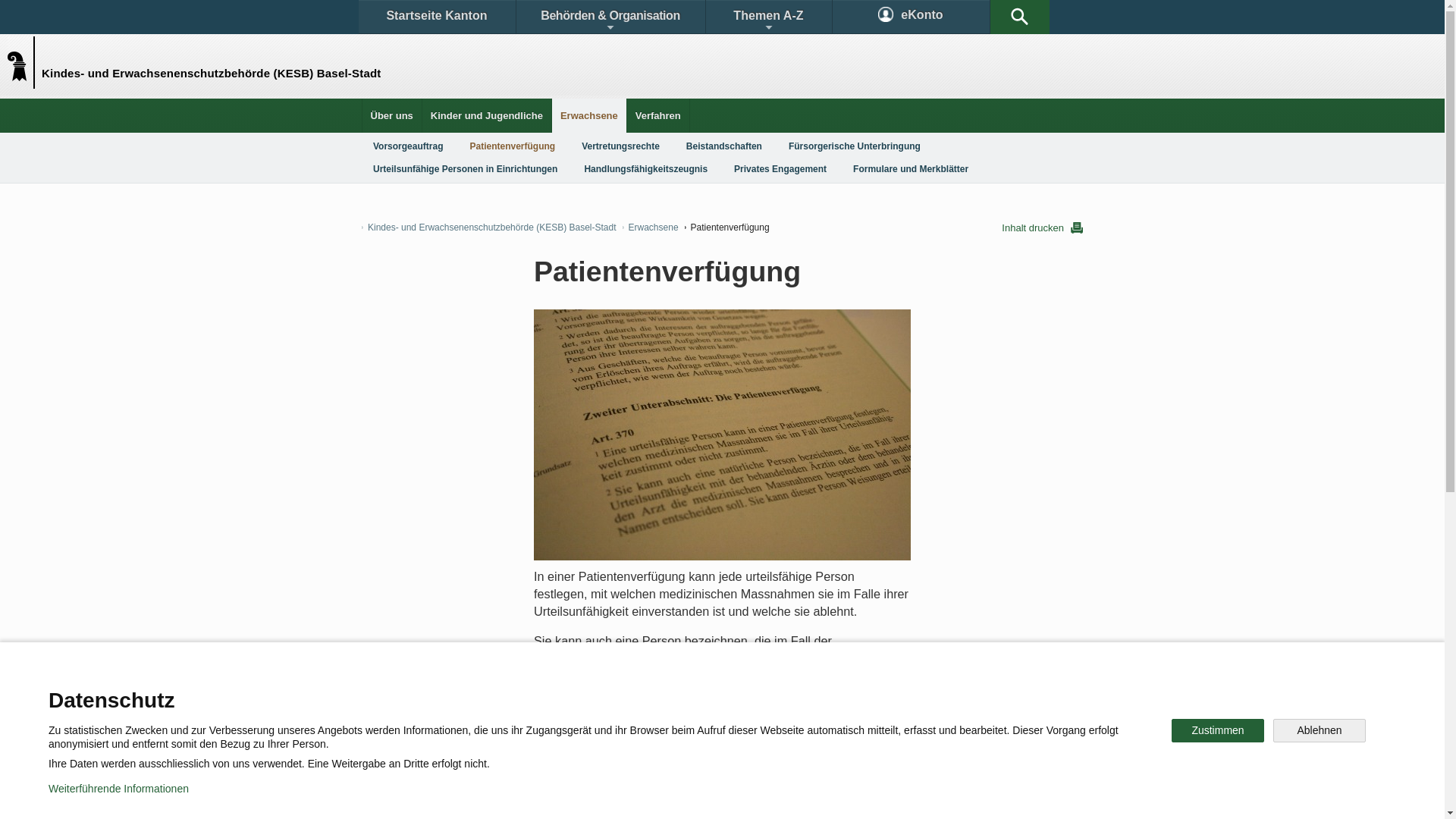 This screenshot has width=1456, height=819. I want to click on 'Ablehnen', so click(1273, 730).